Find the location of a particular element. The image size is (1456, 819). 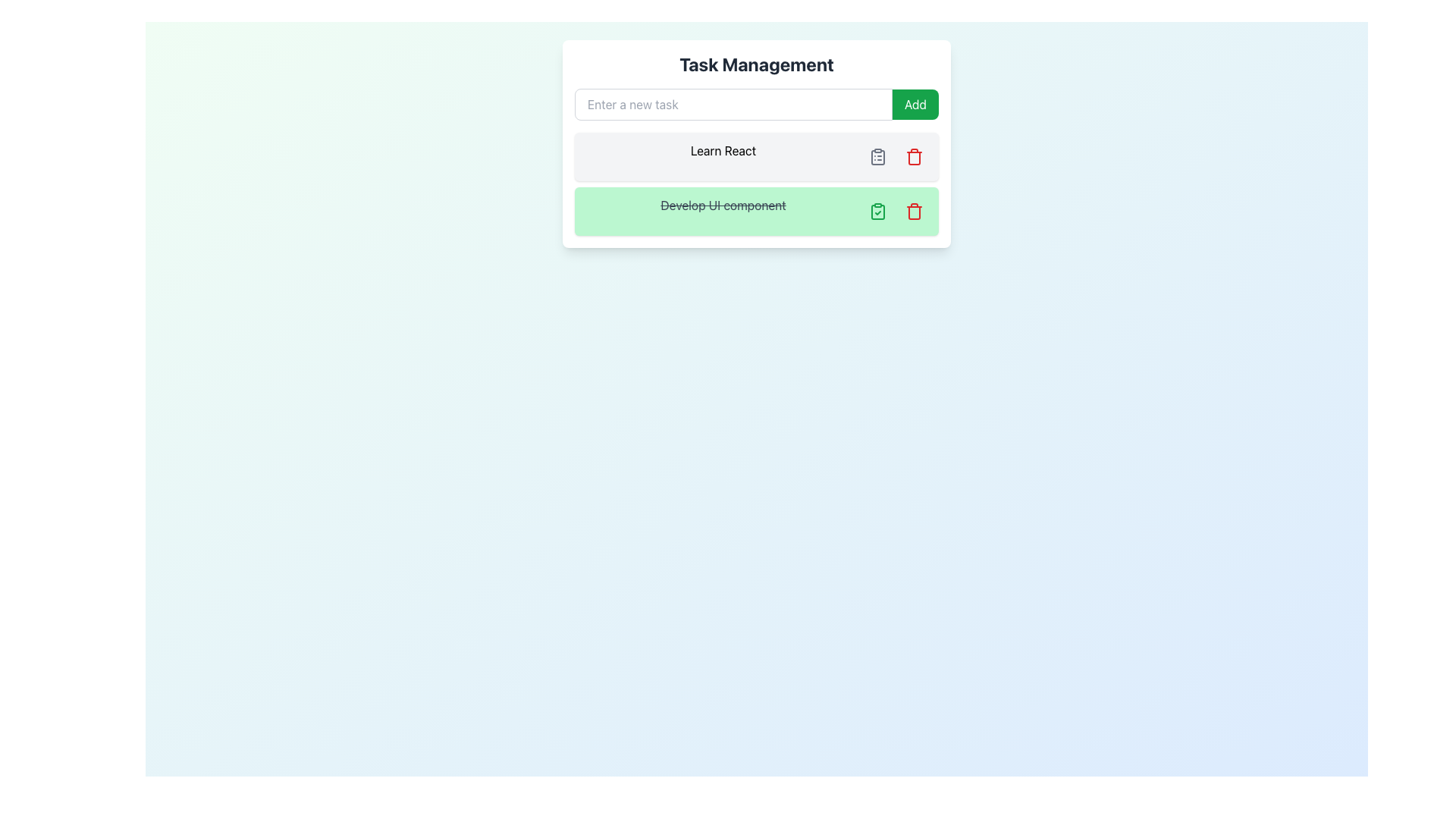

the circular red button with a trash bin icon is located at coordinates (913, 157).